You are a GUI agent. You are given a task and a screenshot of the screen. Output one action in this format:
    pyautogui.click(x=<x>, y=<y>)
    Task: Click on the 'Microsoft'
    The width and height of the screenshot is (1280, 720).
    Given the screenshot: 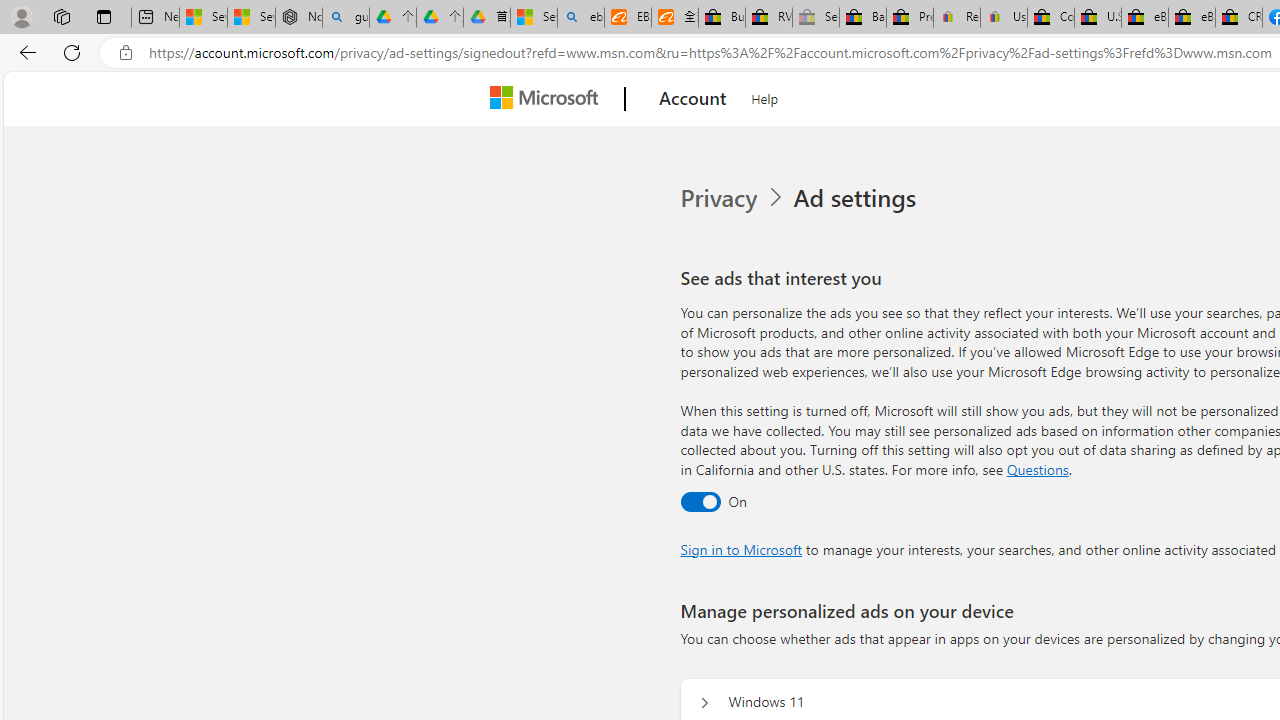 What is the action you would take?
    pyautogui.click(x=548, y=99)
    